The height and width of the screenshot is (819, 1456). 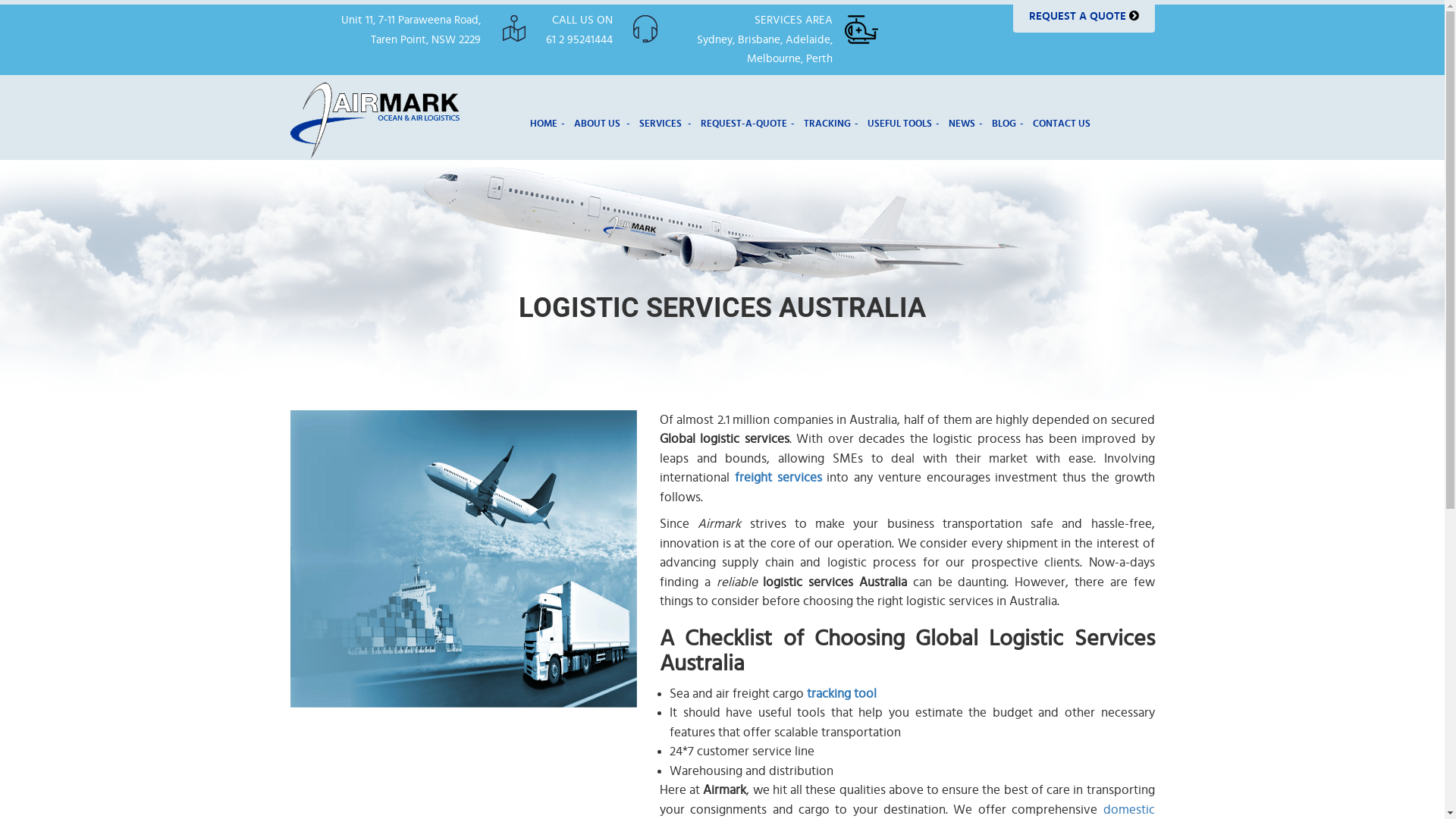 What do you see at coordinates (903, 122) in the screenshot?
I see `'USEFUL TOOLS'` at bounding box center [903, 122].